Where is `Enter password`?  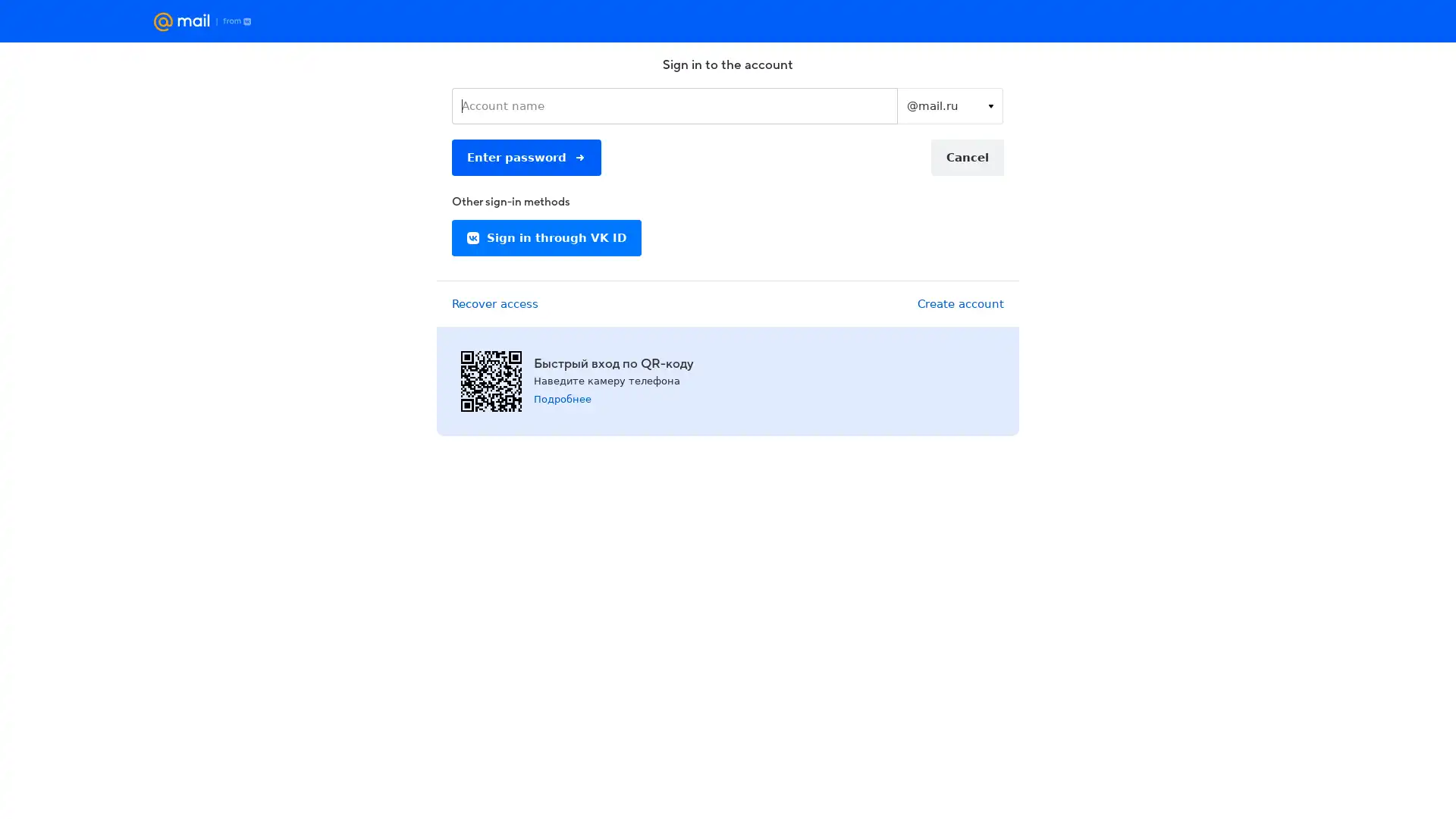
Enter password is located at coordinates (526, 158).